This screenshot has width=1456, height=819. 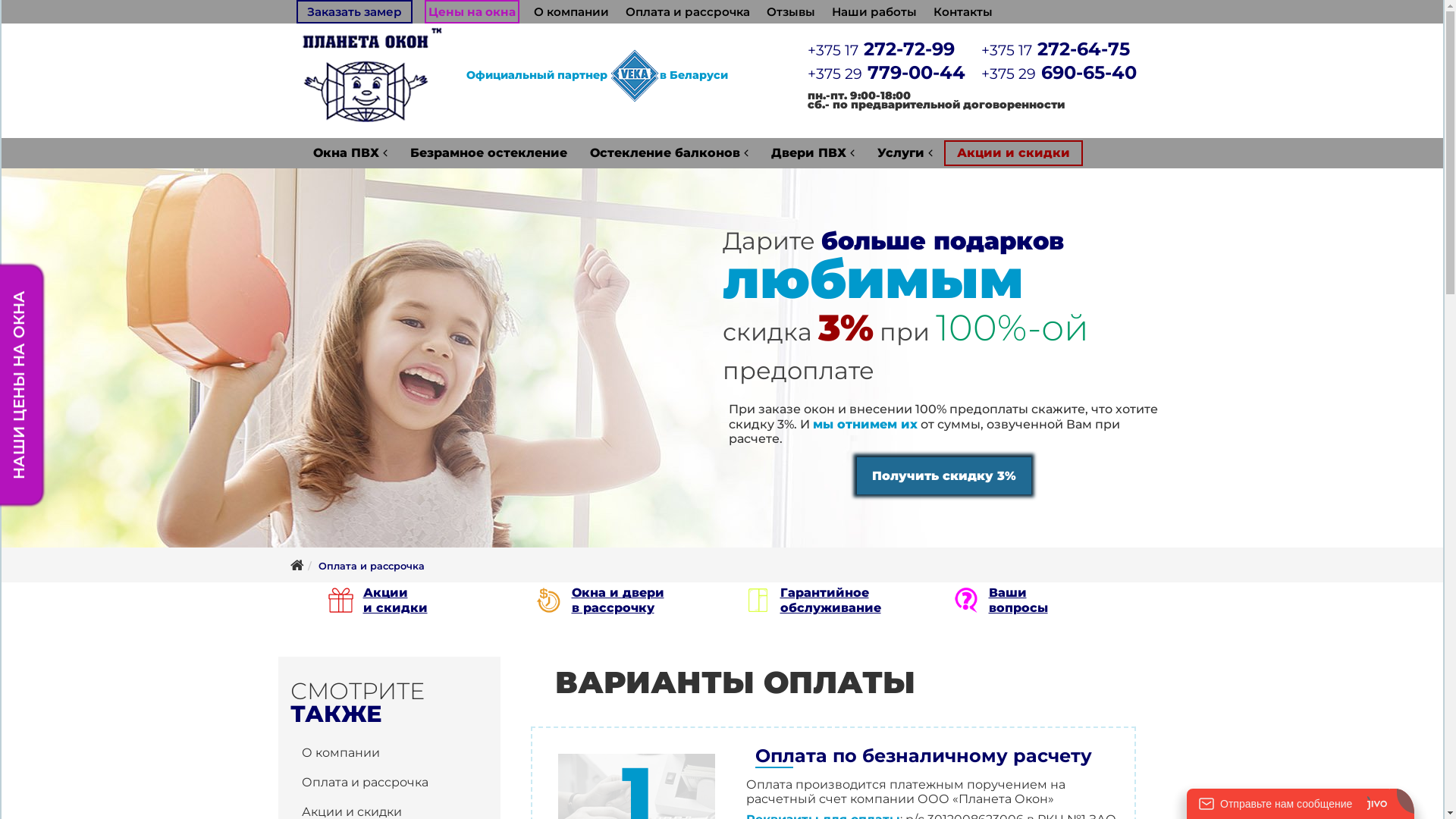 I want to click on '+375 17 272-64-75', so click(x=1055, y=48).